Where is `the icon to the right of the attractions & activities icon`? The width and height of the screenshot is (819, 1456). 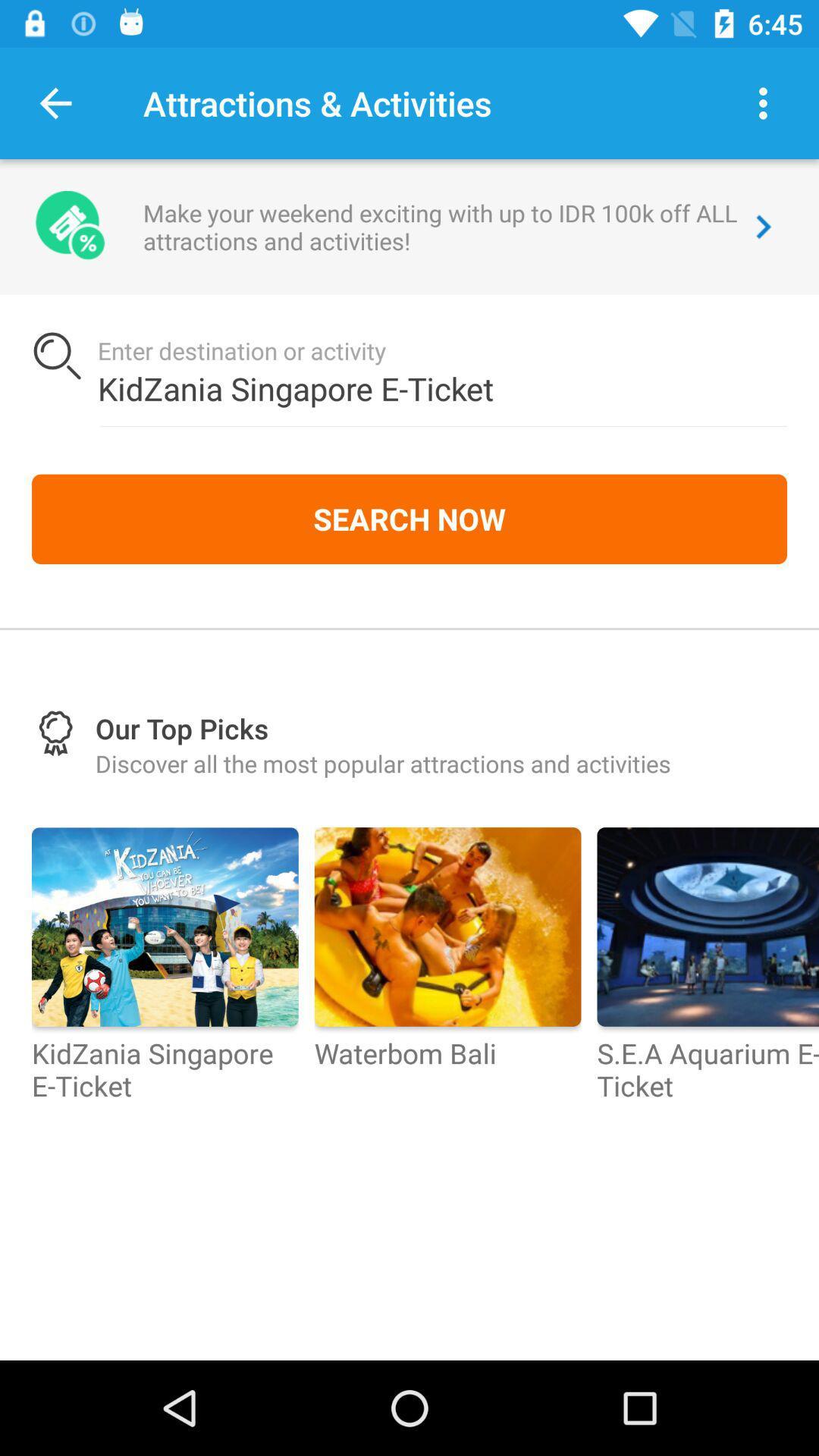 the icon to the right of the attractions & activities icon is located at coordinates (763, 102).